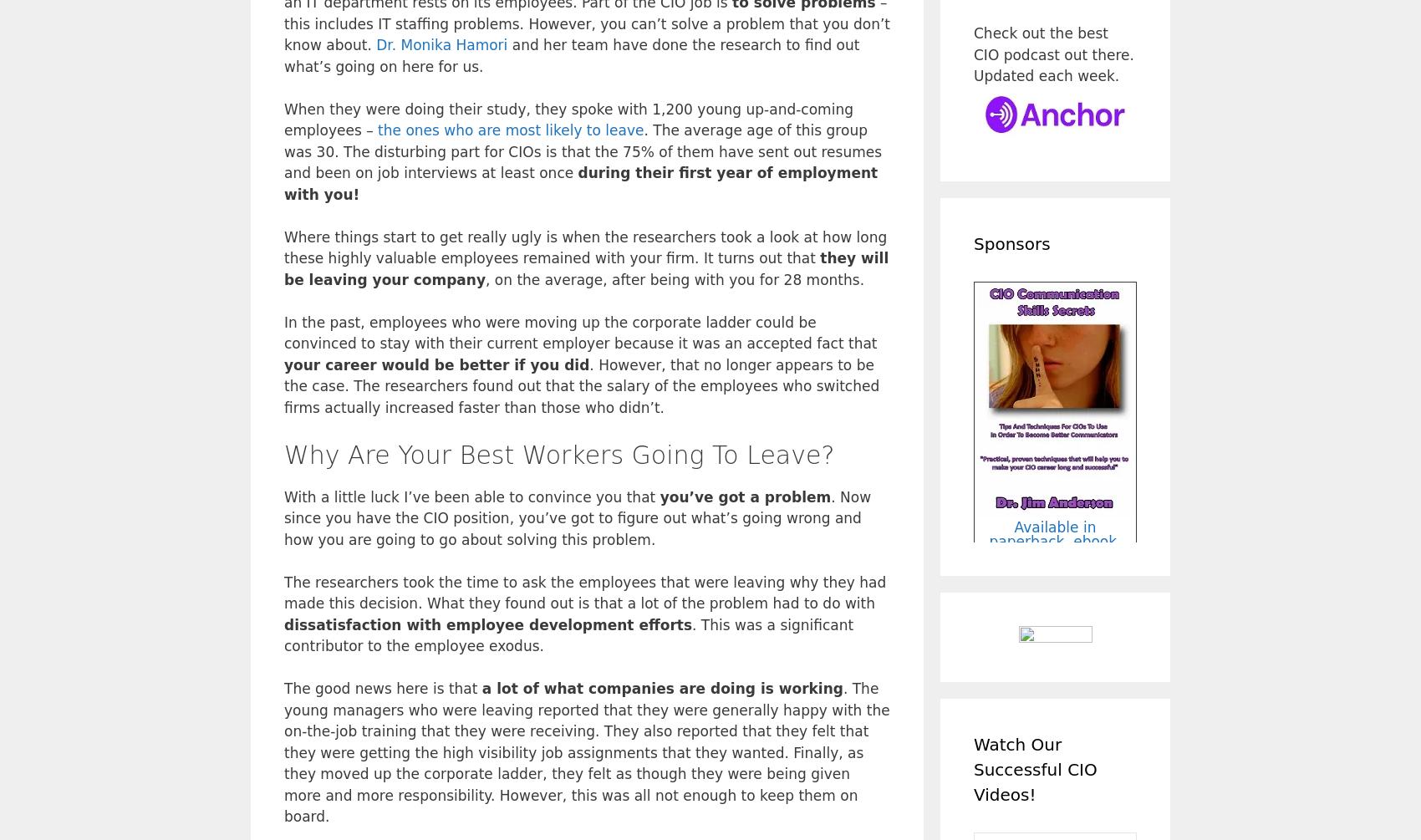 This screenshot has width=1421, height=840. What do you see at coordinates (1054, 540) in the screenshot?
I see `'Available in paperback, ebook, and audio formats!'` at bounding box center [1054, 540].